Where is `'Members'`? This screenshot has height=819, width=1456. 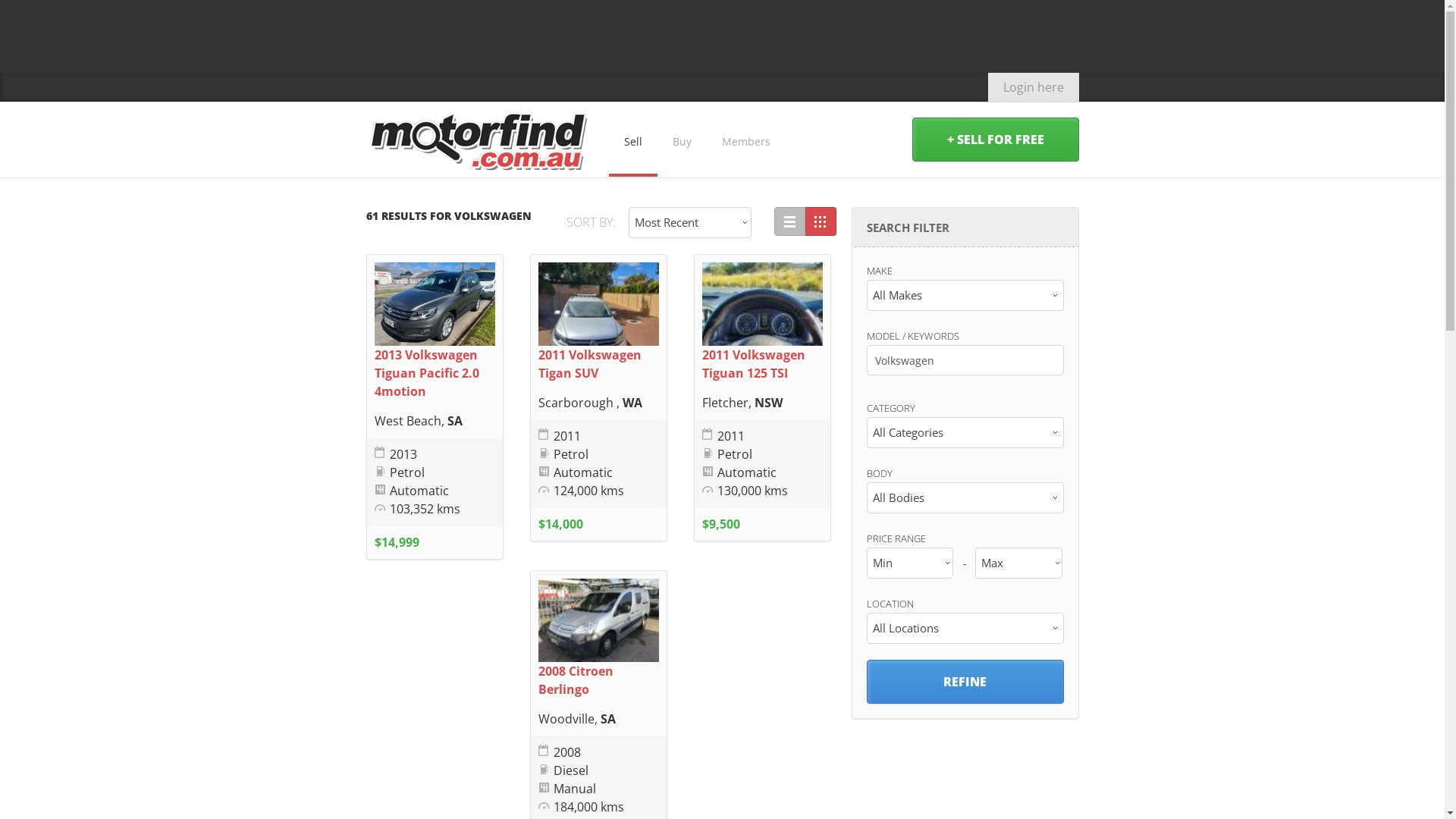 'Members' is located at coordinates (745, 140).